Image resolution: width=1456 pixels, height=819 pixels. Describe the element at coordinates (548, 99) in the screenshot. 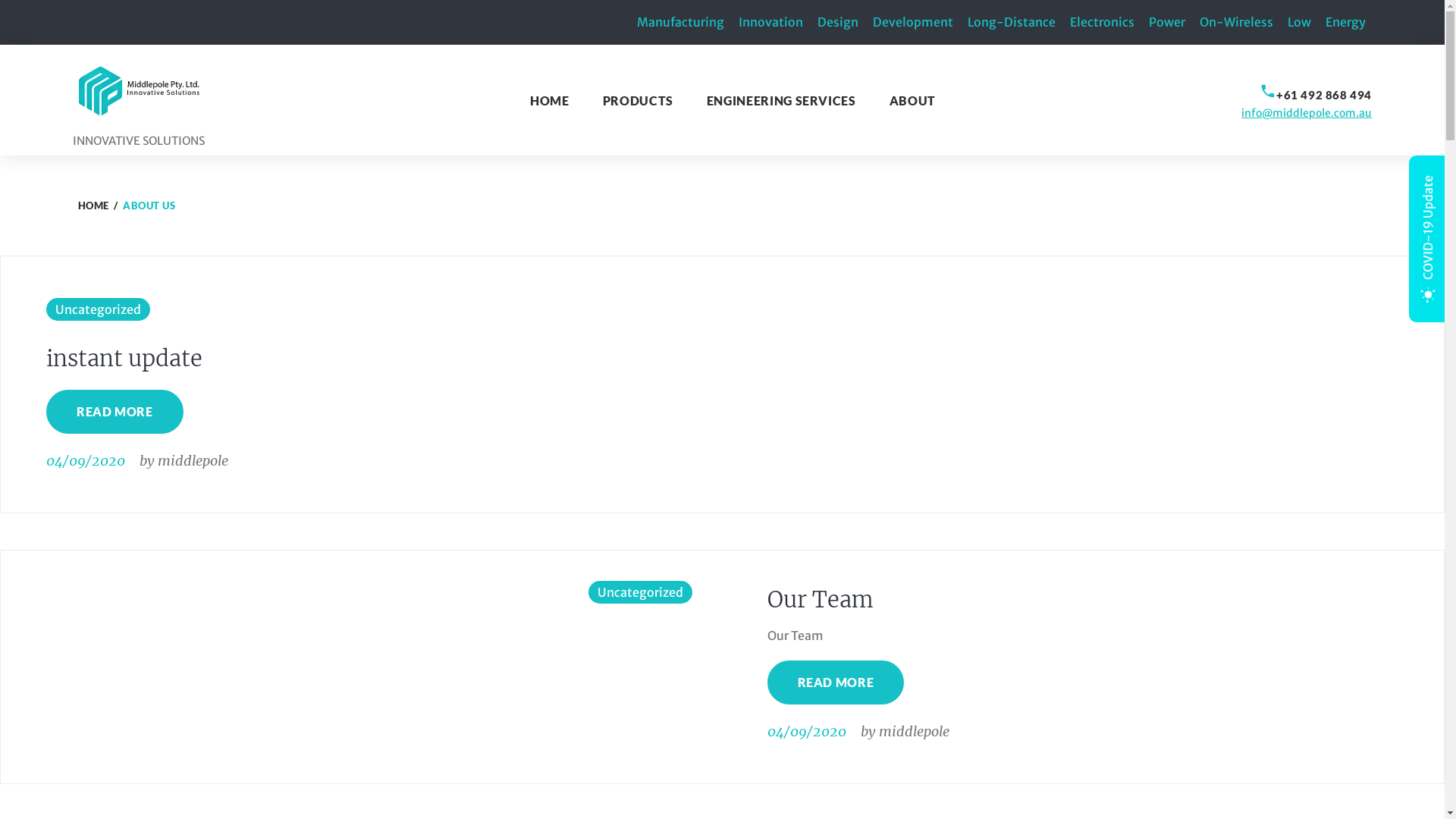

I see `'HOME'` at that location.